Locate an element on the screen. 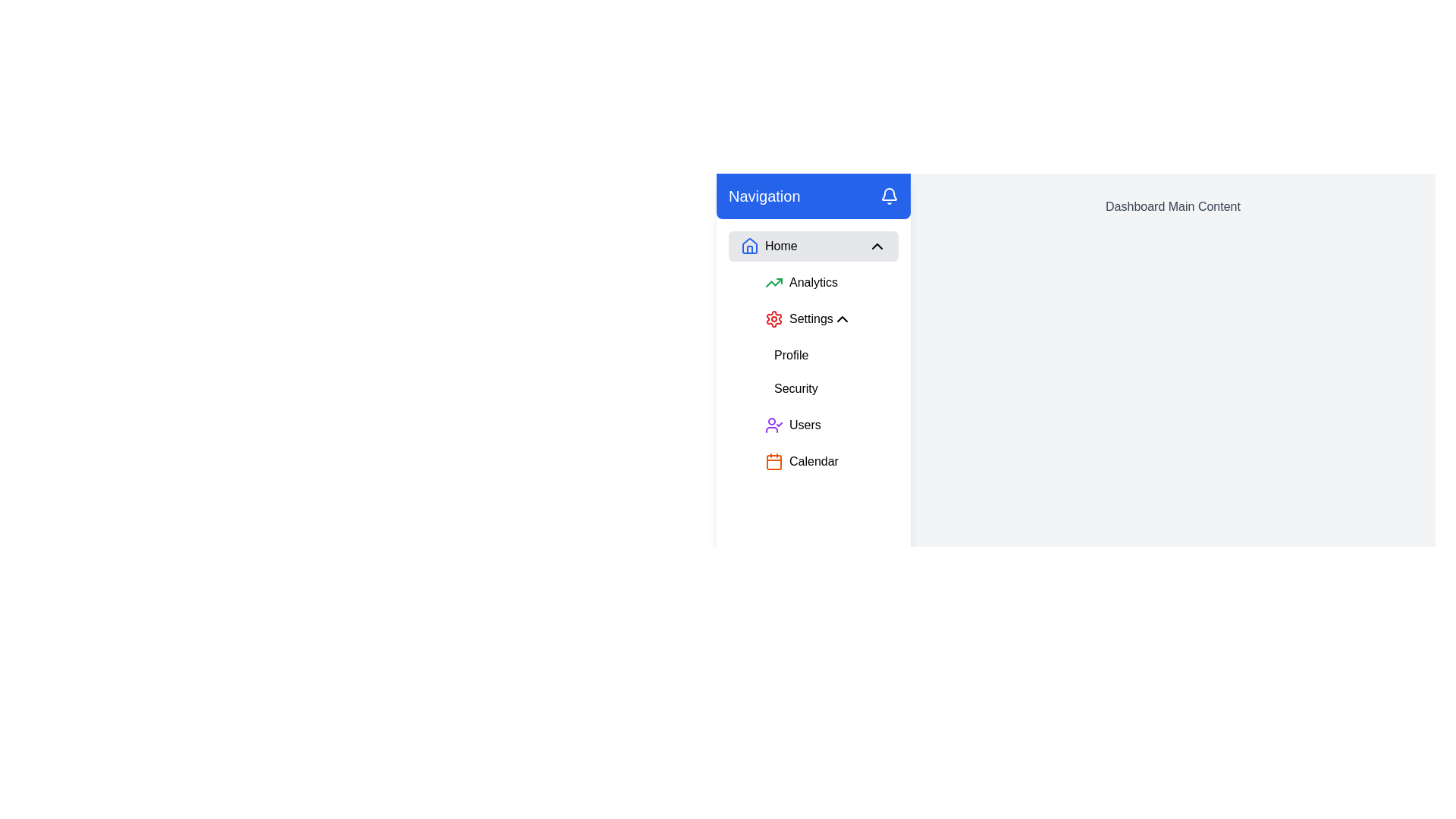  the user figure icon with a checkmark is located at coordinates (774, 425).